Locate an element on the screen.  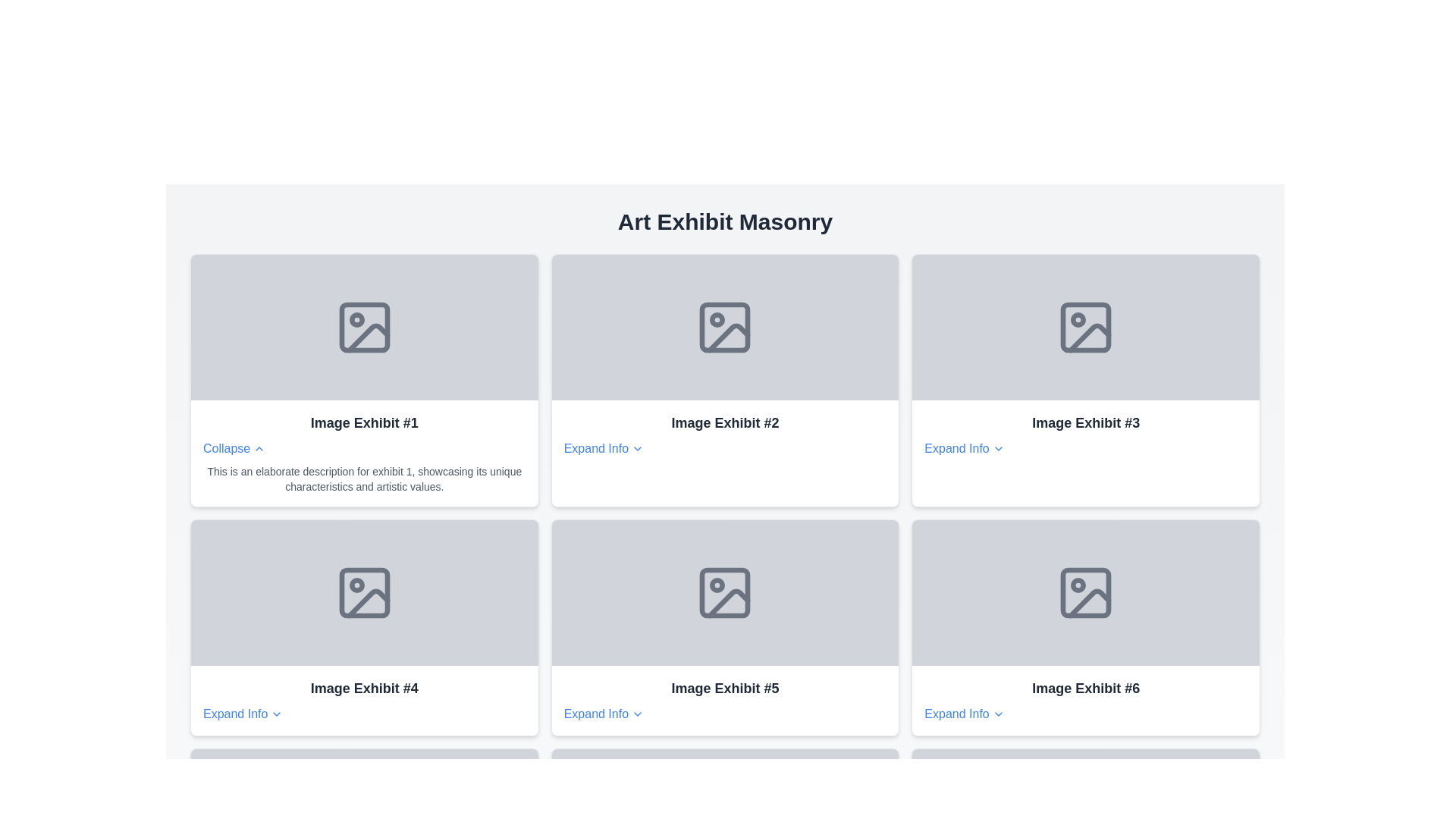
the Decorative graphic element, which is a grayscale icon-like graphic representing a photo frame, located in the second row and middle column of the 'Image Exhibit #5' card is located at coordinates (729, 602).